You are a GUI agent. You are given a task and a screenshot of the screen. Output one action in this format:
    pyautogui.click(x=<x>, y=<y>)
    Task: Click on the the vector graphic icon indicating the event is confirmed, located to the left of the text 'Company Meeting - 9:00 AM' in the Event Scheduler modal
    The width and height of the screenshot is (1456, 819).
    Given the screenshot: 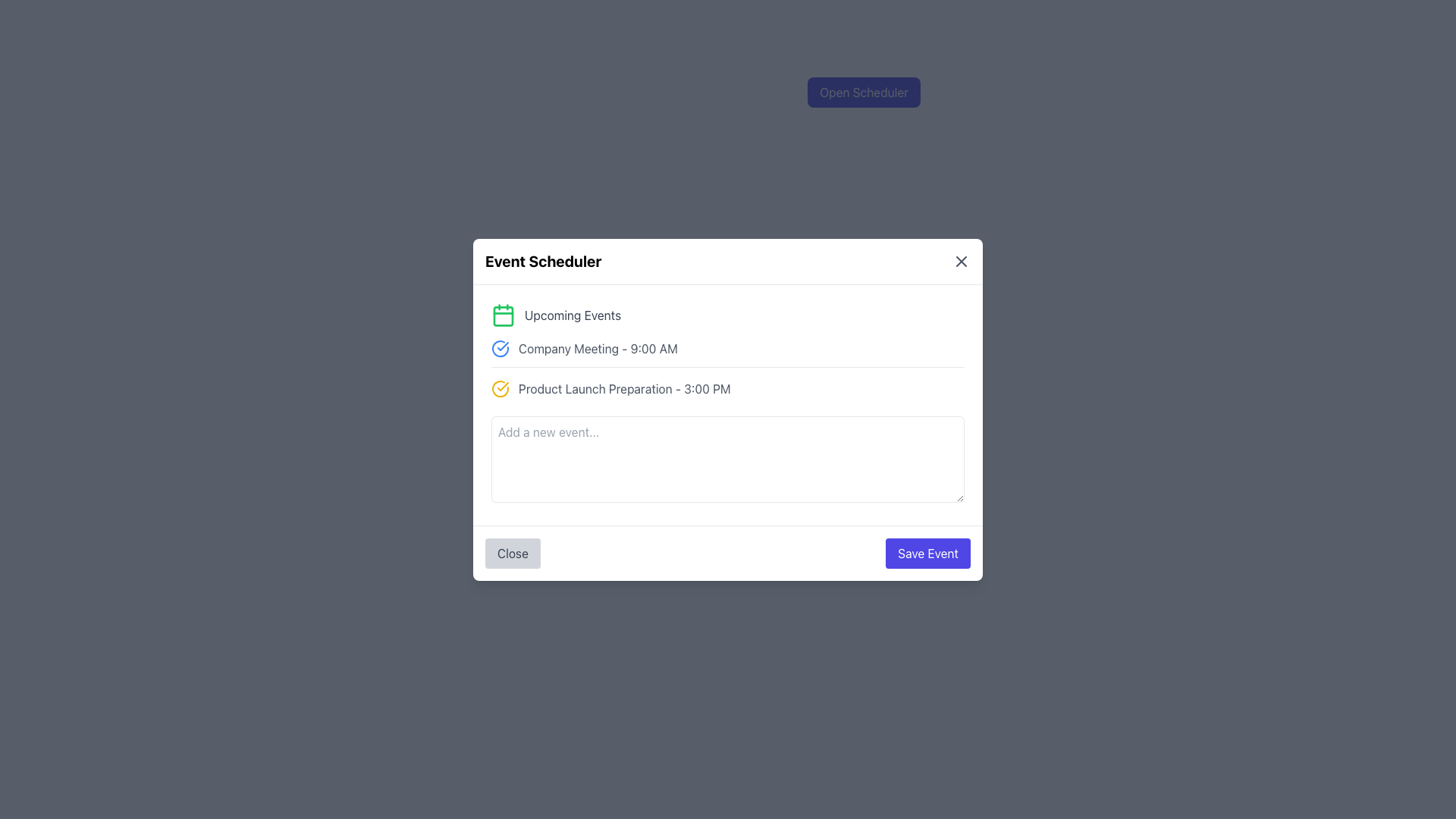 What is the action you would take?
    pyautogui.click(x=503, y=385)
    